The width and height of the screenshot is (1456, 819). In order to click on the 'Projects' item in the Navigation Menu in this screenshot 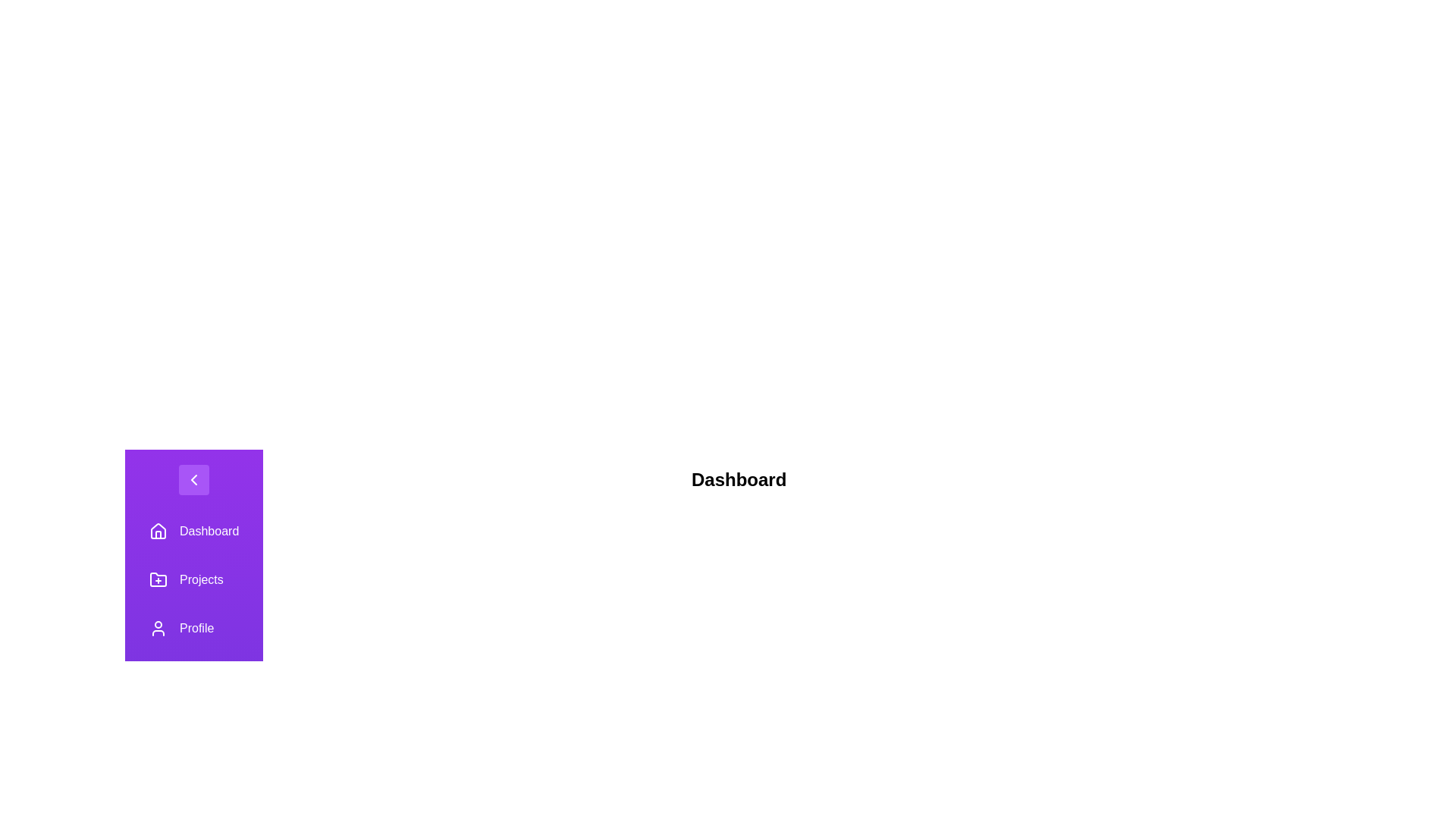, I will do `click(193, 604)`.